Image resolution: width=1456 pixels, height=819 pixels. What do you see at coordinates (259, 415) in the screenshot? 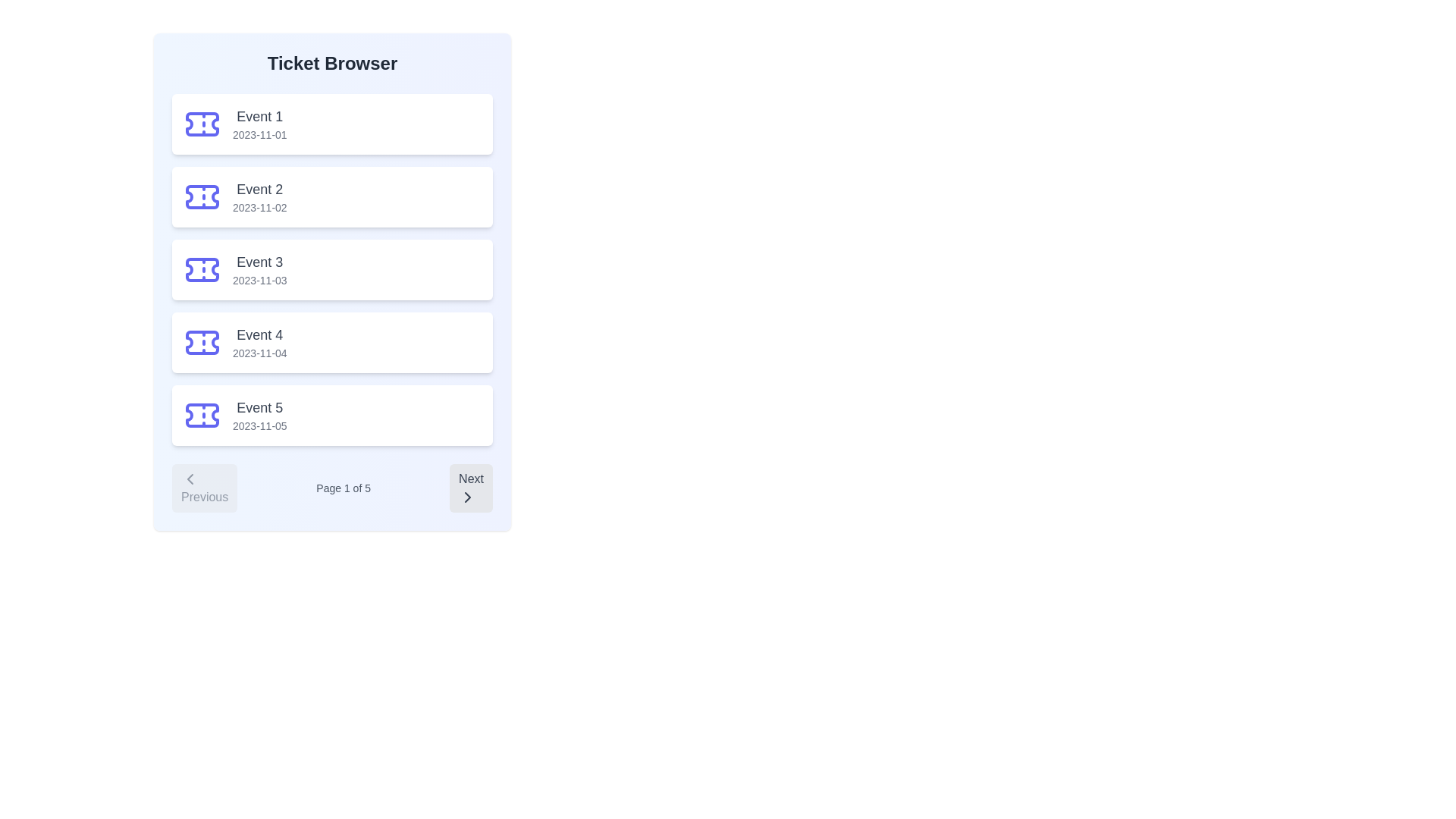
I see `the text block displaying the event title 'Event 5' and date '2023-11-05'` at bounding box center [259, 415].